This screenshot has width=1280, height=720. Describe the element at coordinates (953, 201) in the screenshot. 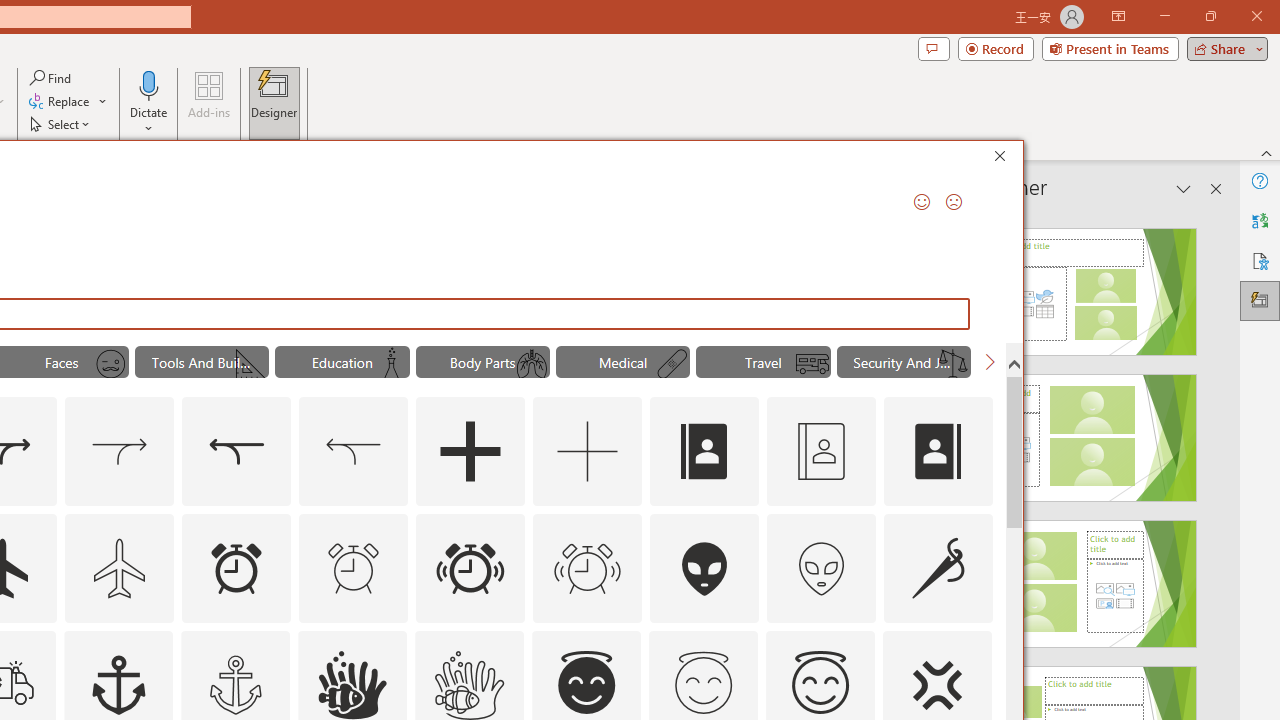

I see `'Send a Frown'` at that location.